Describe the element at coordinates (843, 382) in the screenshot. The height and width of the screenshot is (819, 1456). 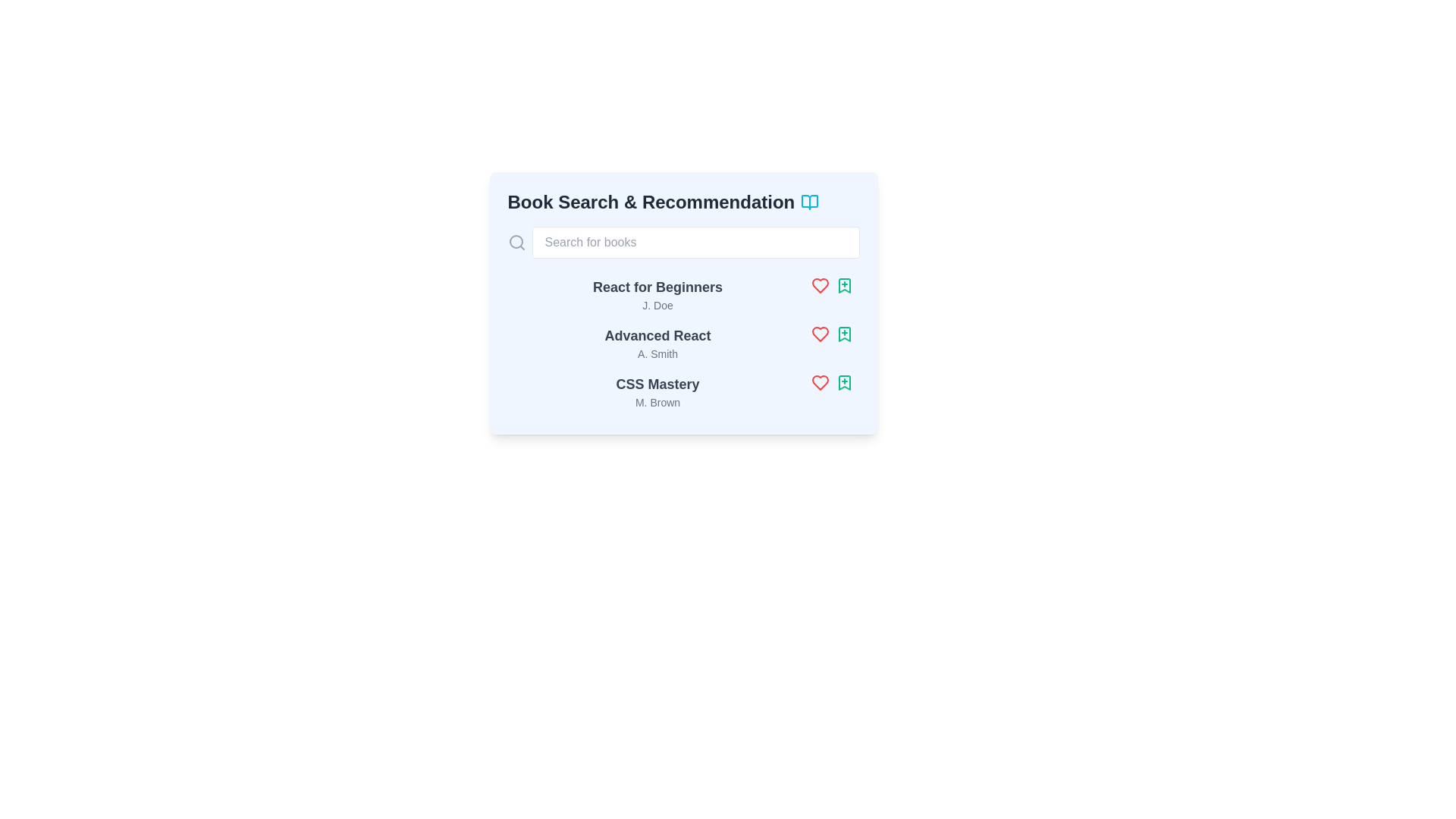
I see `the bookmark button (icon button) located at the far-right of the row for the book titled 'CSS Mastery' to bookmark the item` at that location.